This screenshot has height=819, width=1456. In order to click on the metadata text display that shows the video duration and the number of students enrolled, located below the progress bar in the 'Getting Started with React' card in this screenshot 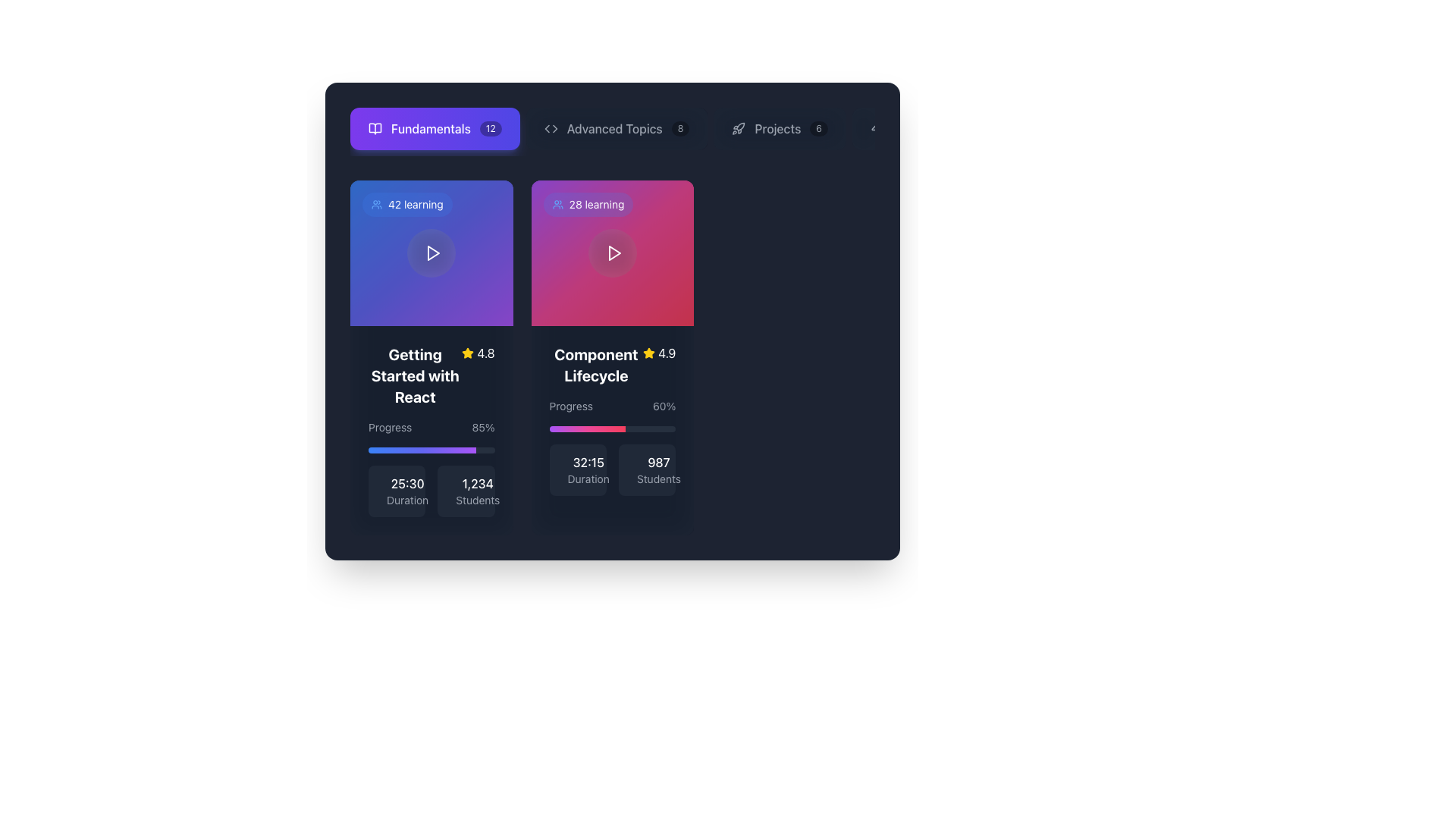, I will do `click(431, 491)`.